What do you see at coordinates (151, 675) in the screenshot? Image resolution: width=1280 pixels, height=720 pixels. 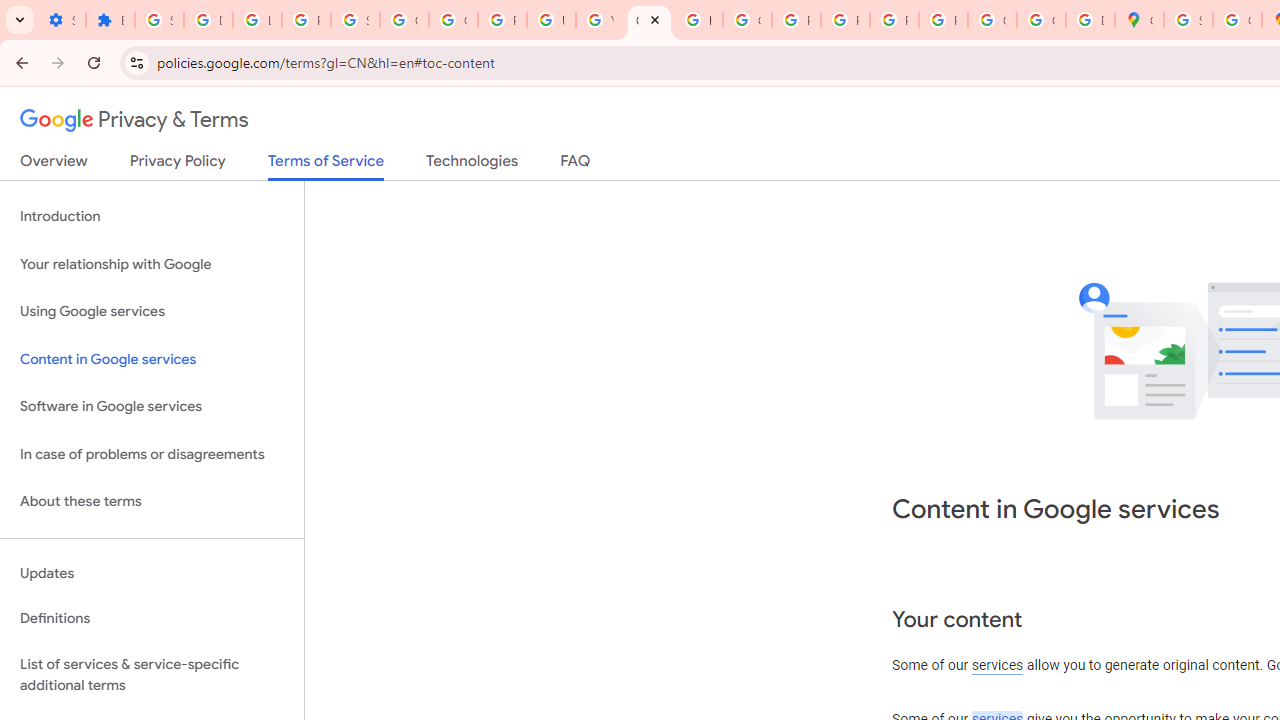 I see `'List of services & service-specific additional terms'` at bounding box center [151, 675].